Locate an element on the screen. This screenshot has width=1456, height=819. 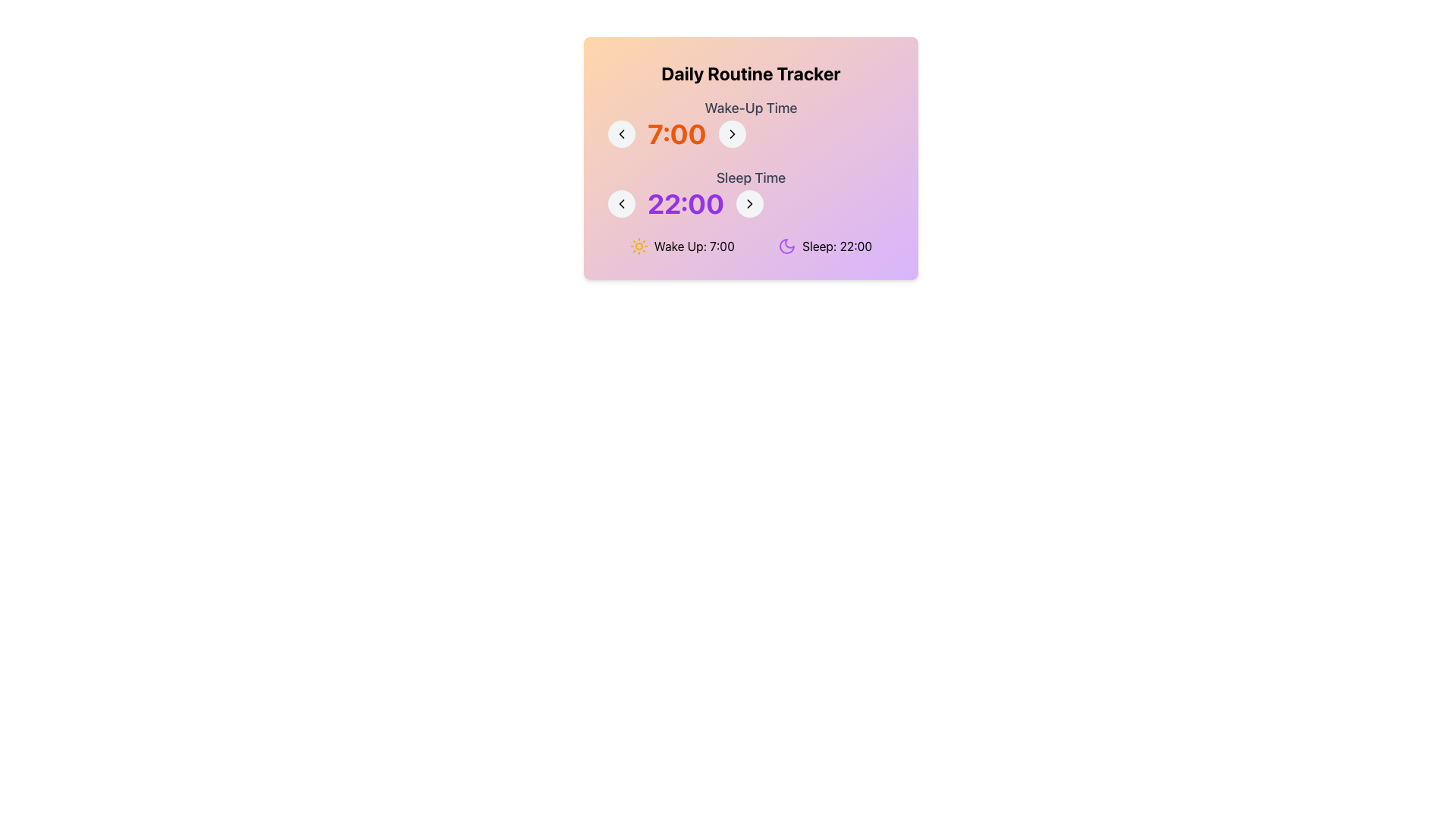
the button that increases the 'Wake-Up Time' setting, located to the right of '7:00' in the 'Daily Routine Tracker' card interface is located at coordinates (732, 133).